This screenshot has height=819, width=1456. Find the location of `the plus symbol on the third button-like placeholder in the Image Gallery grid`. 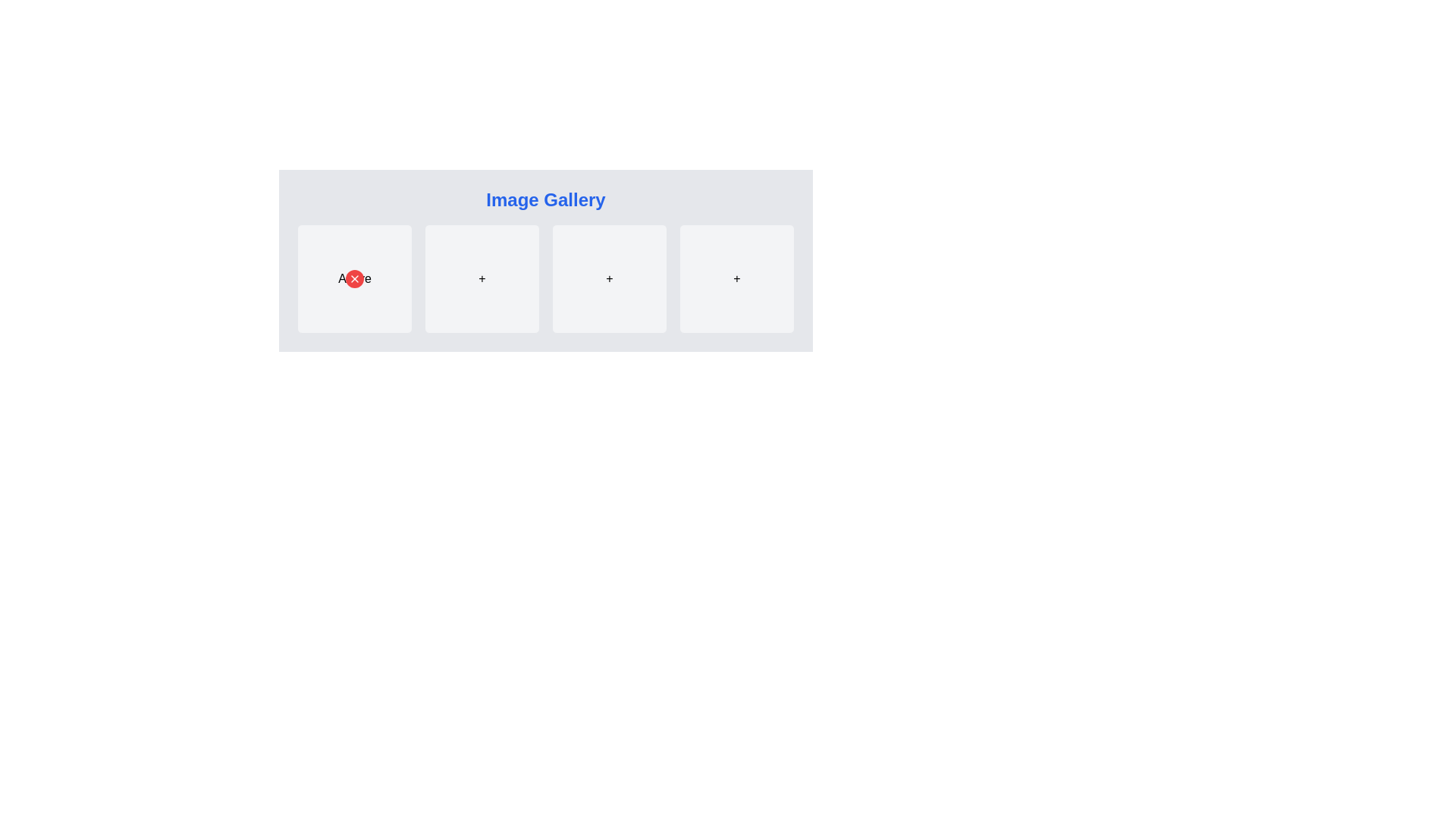

the plus symbol on the third button-like placeholder in the Image Gallery grid is located at coordinates (610, 278).